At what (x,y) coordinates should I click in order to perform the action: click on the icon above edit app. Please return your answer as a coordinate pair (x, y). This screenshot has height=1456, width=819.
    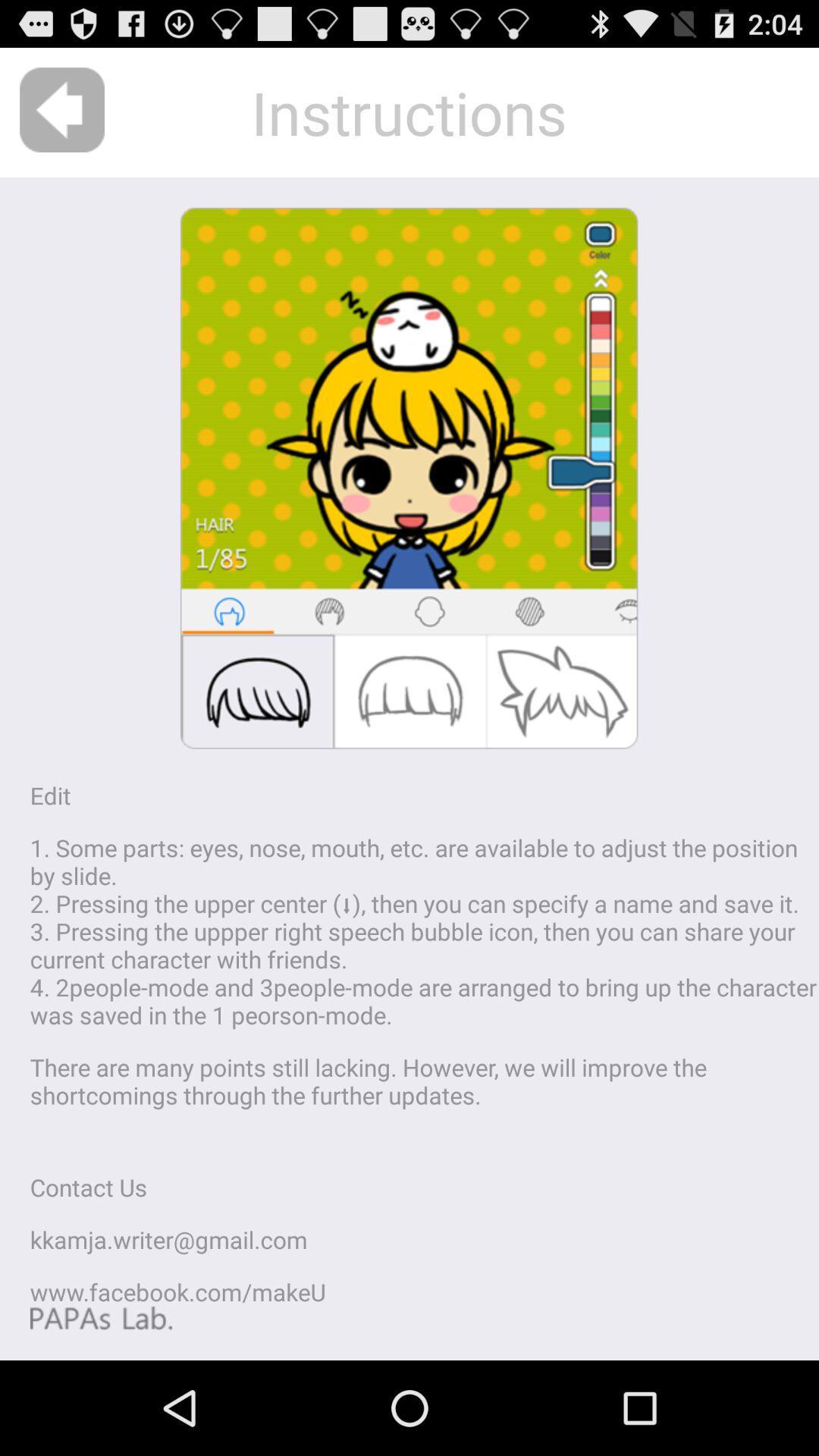
    Looking at the image, I should click on (61, 109).